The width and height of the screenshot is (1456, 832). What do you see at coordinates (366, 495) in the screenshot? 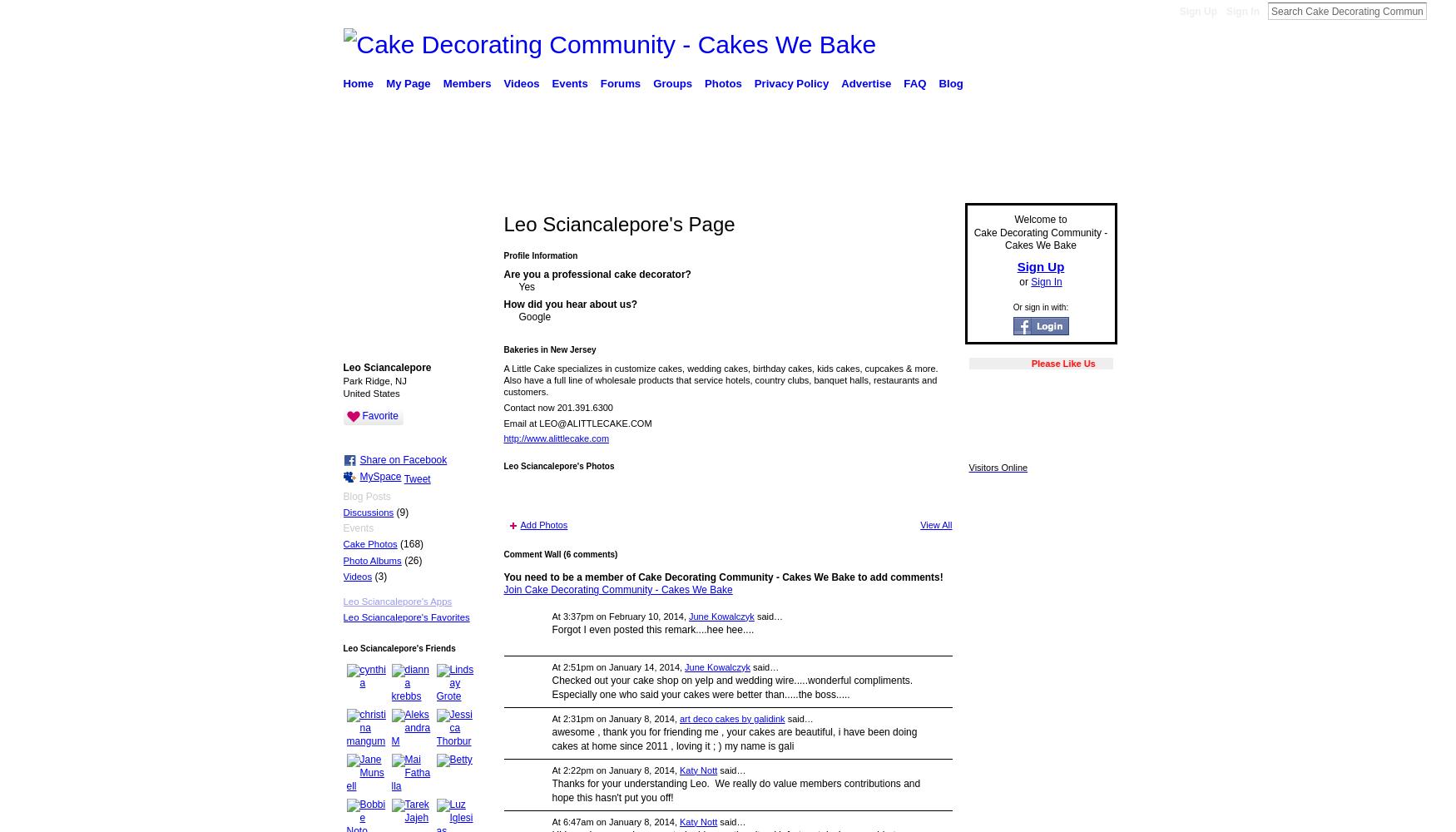
I see `'Blog Posts'` at bounding box center [366, 495].